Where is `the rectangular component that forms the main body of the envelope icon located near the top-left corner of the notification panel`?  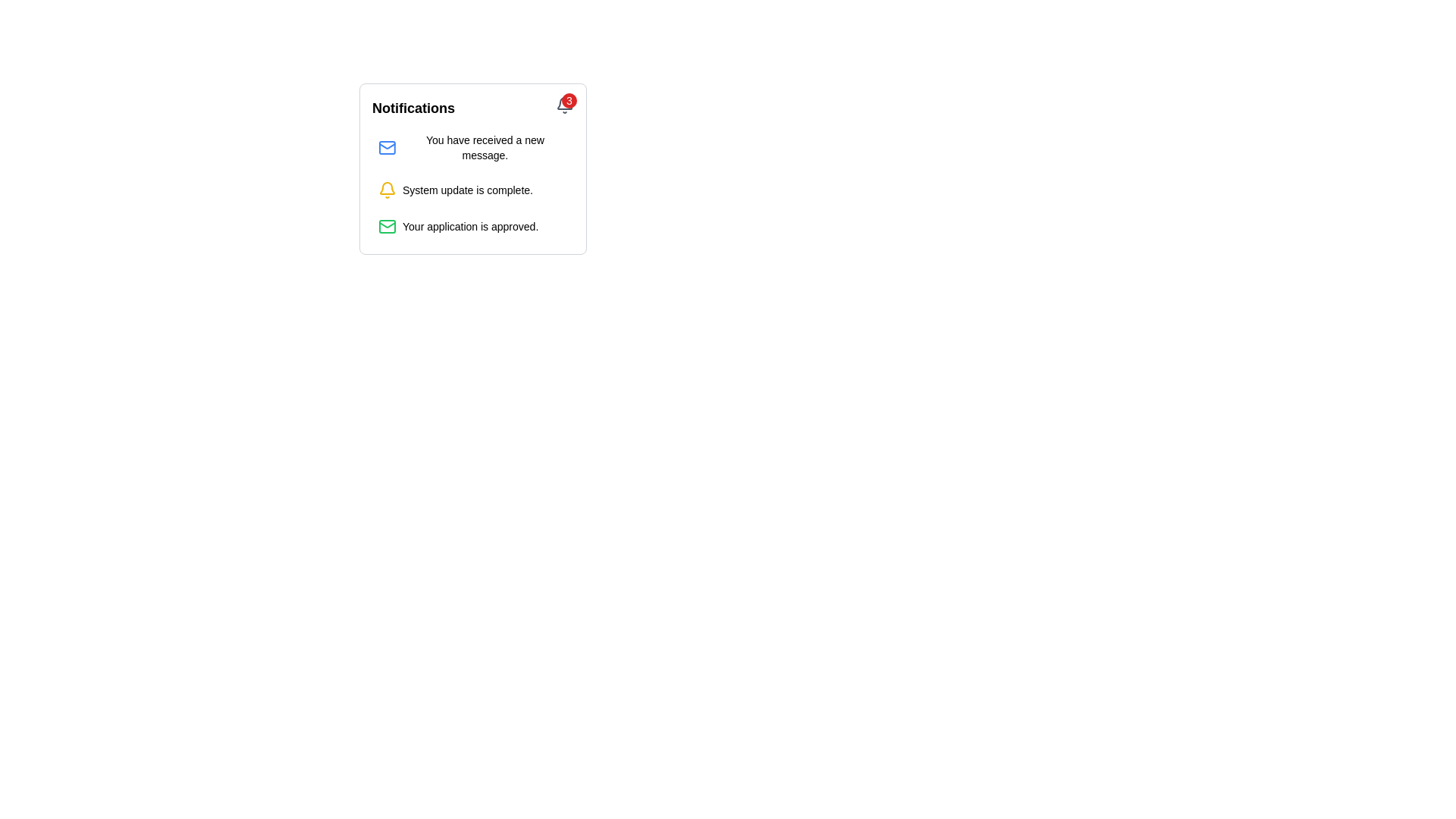 the rectangular component that forms the main body of the envelope icon located near the top-left corner of the notification panel is located at coordinates (387, 148).